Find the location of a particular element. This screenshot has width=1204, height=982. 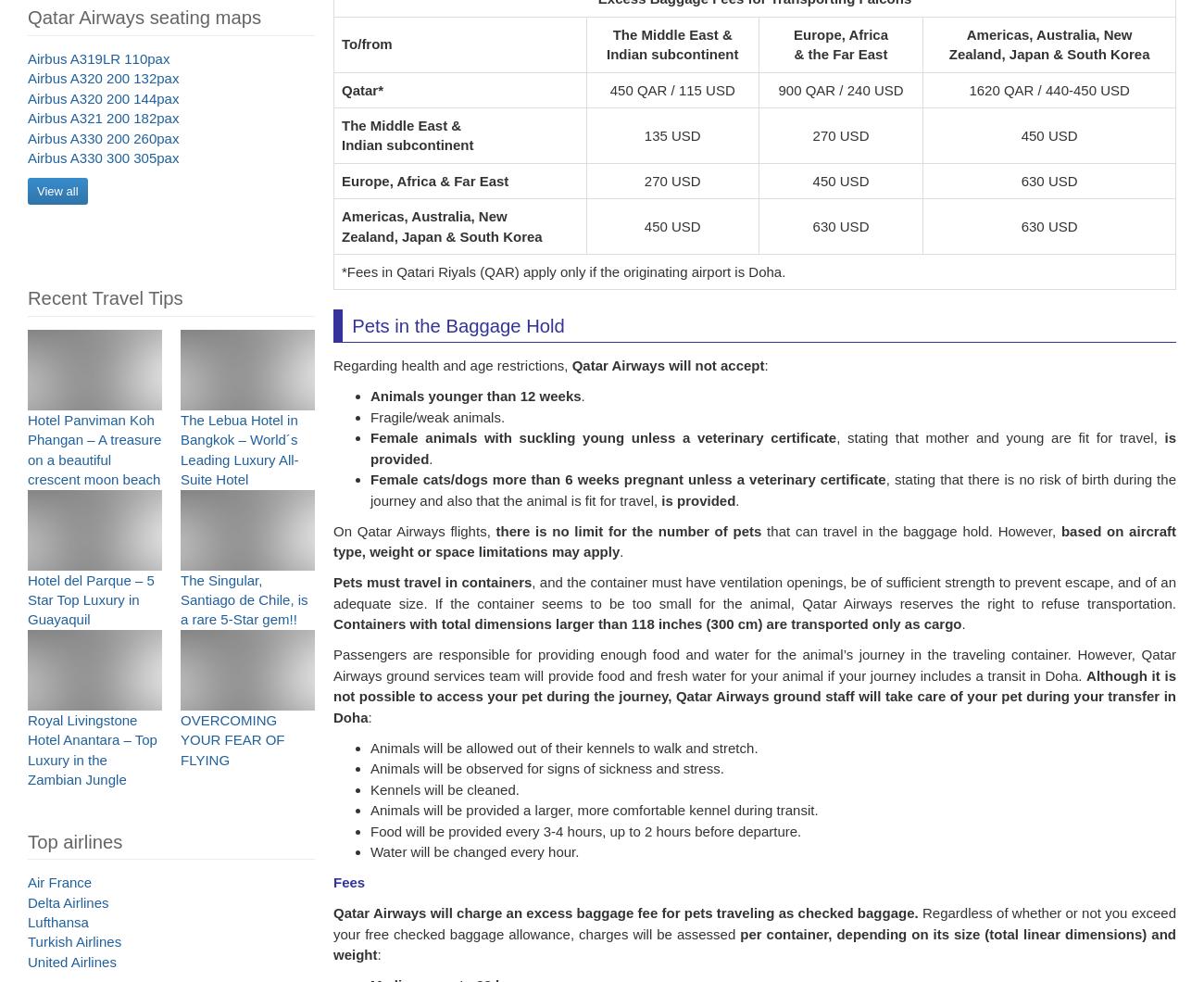

'Containers with total dimensions larger than 118 inches (300 cm) are transported only as cargo' is located at coordinates (646, 634).